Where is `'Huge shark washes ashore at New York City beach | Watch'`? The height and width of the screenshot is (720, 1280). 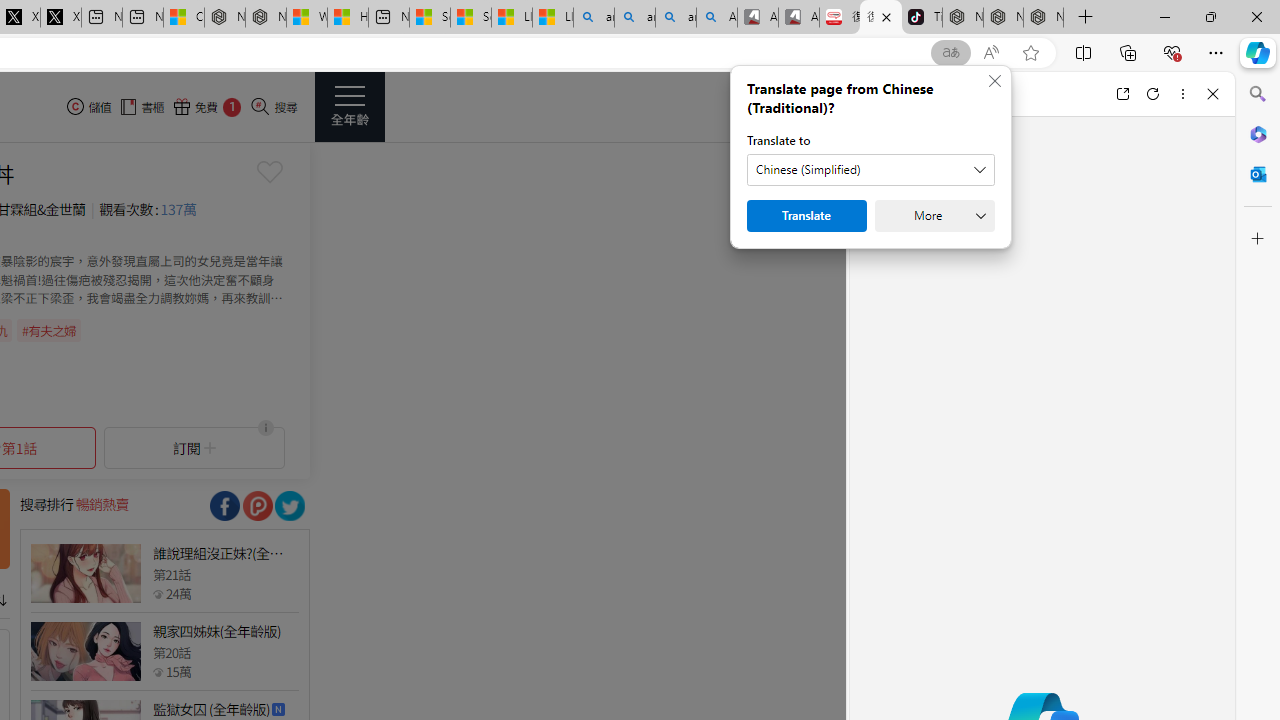 'Huge shark washes ashore at New York City beach | Watch' is located at coordinates (348, 17).